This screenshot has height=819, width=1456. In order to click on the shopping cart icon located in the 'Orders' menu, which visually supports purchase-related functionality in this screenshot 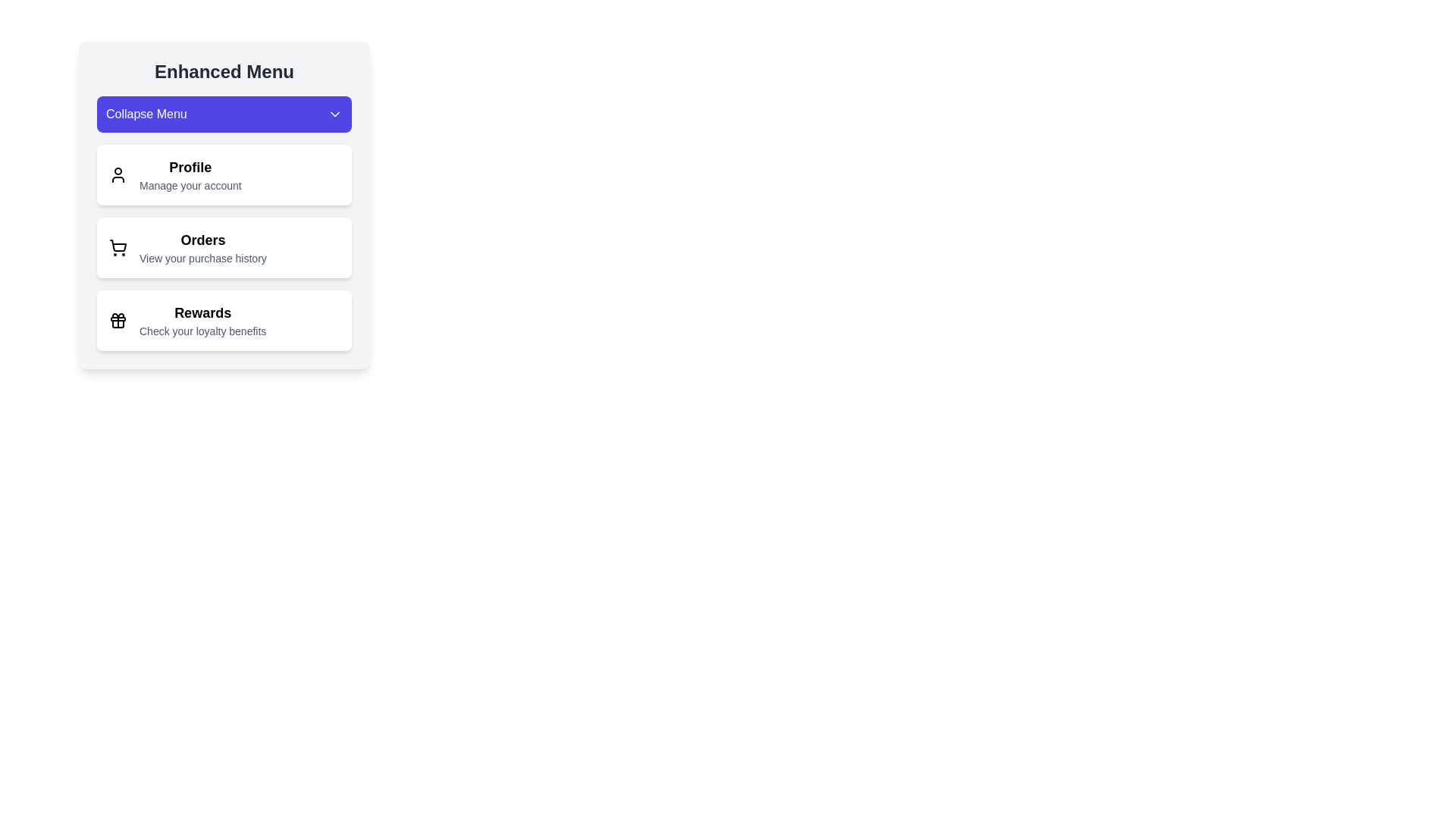, I will do `click(118, 245)`.